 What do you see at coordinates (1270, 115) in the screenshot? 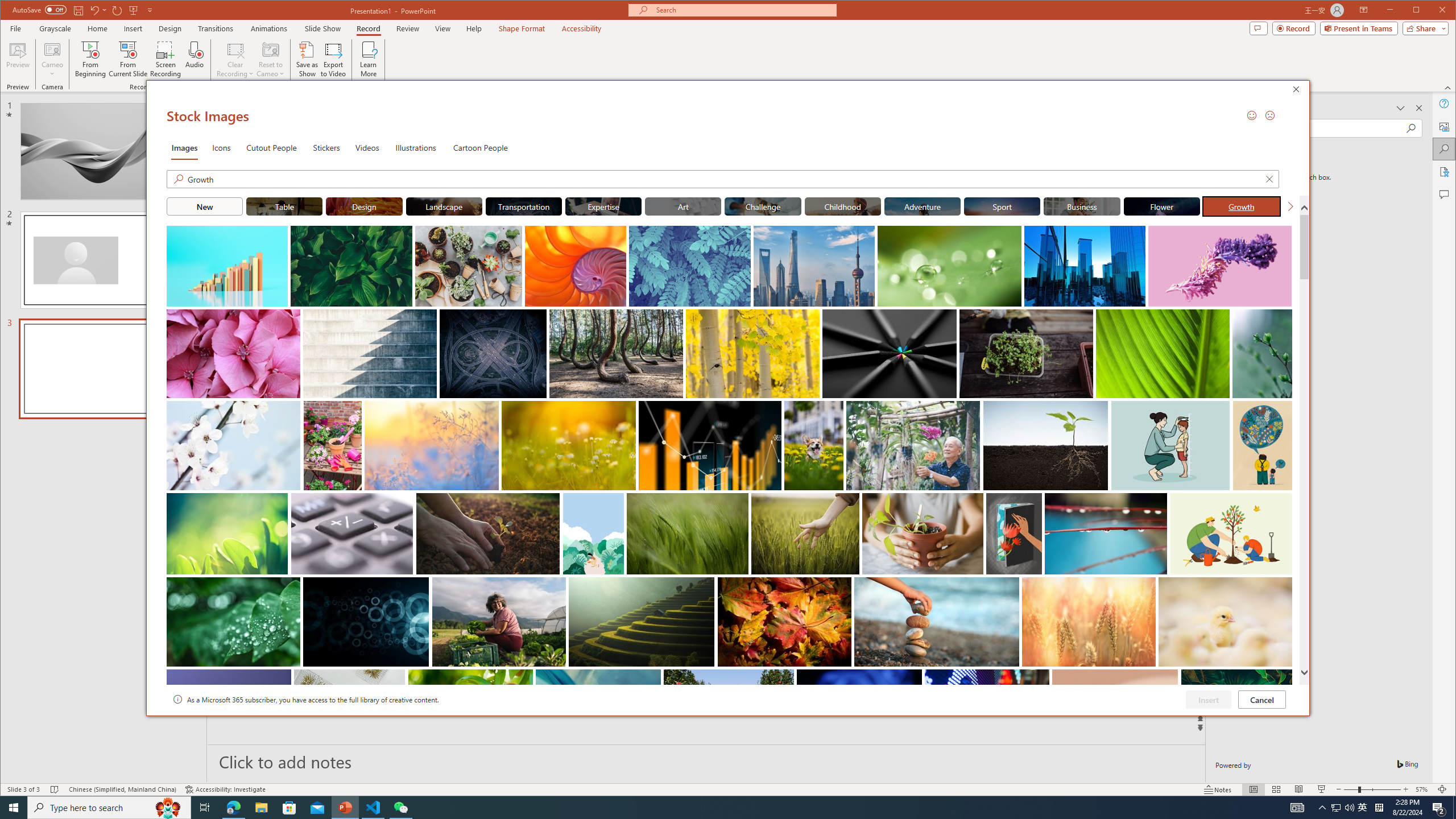
I see `'Send a Frown'` at bounding box center [1270, 115].